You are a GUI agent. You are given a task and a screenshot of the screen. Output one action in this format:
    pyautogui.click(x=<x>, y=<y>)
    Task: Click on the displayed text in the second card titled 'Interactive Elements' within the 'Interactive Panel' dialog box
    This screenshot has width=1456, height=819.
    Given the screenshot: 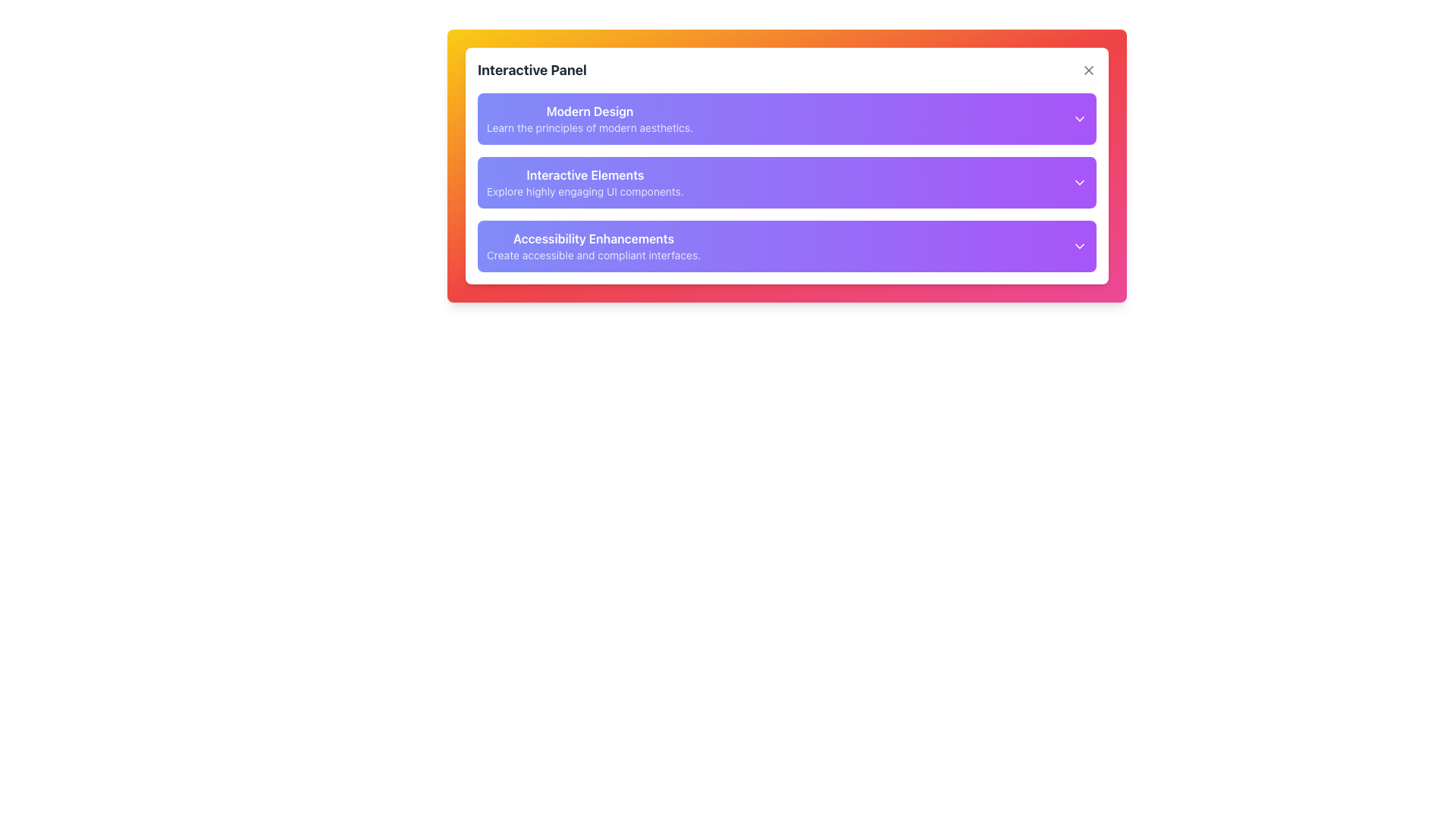 What is the action you would take?
    pyautogui.click(x=585, y=181)
    